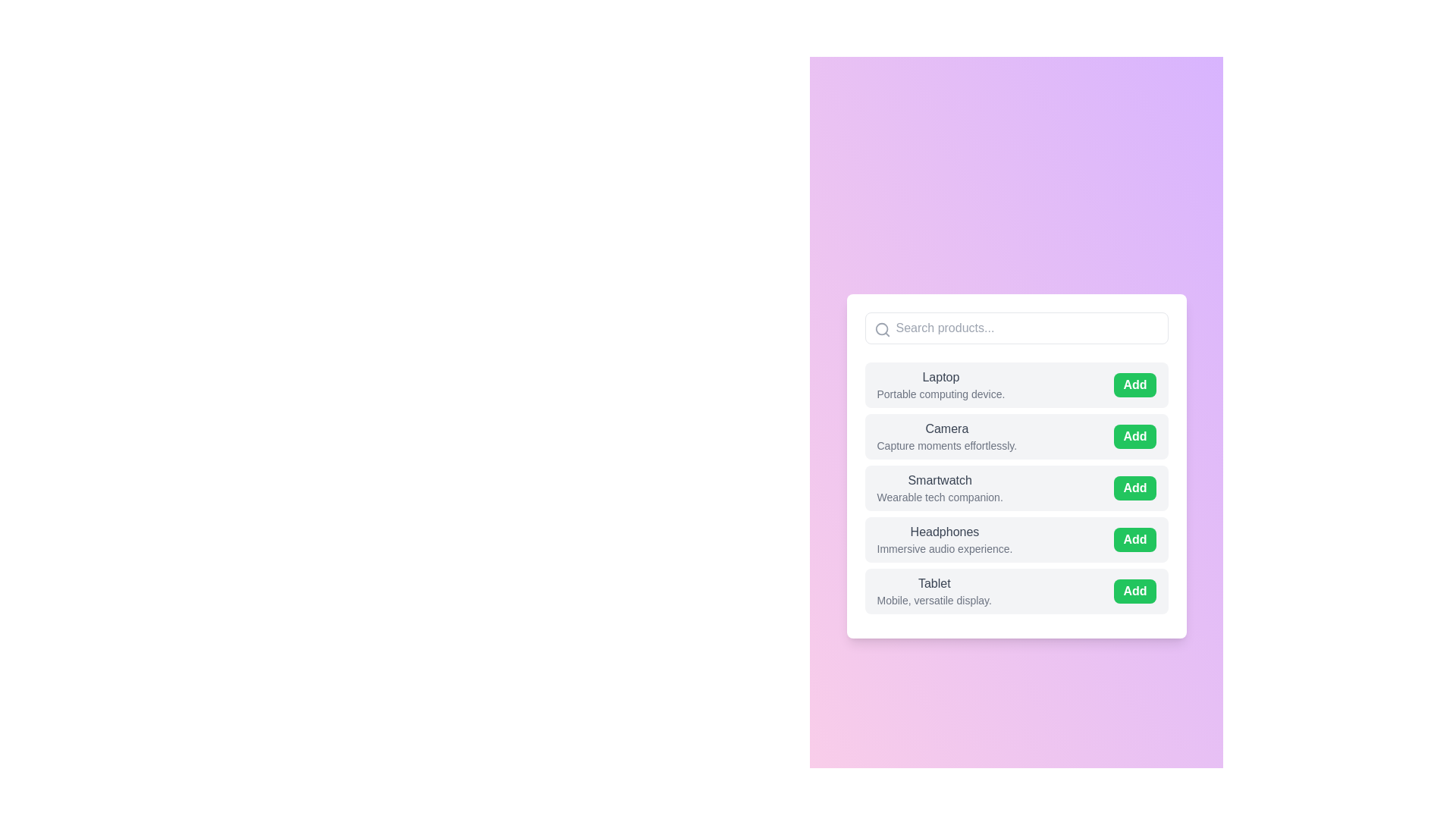 This screenshot has width=1456, height=819. Describe the element at coordinates (1134, 384) in the screenshot. I see `the button located on the far right of the row labeled 'LaptopPortable computing device.' This button is the only interactive element in its row and is used to add the item to a cart or selection list` at that location.